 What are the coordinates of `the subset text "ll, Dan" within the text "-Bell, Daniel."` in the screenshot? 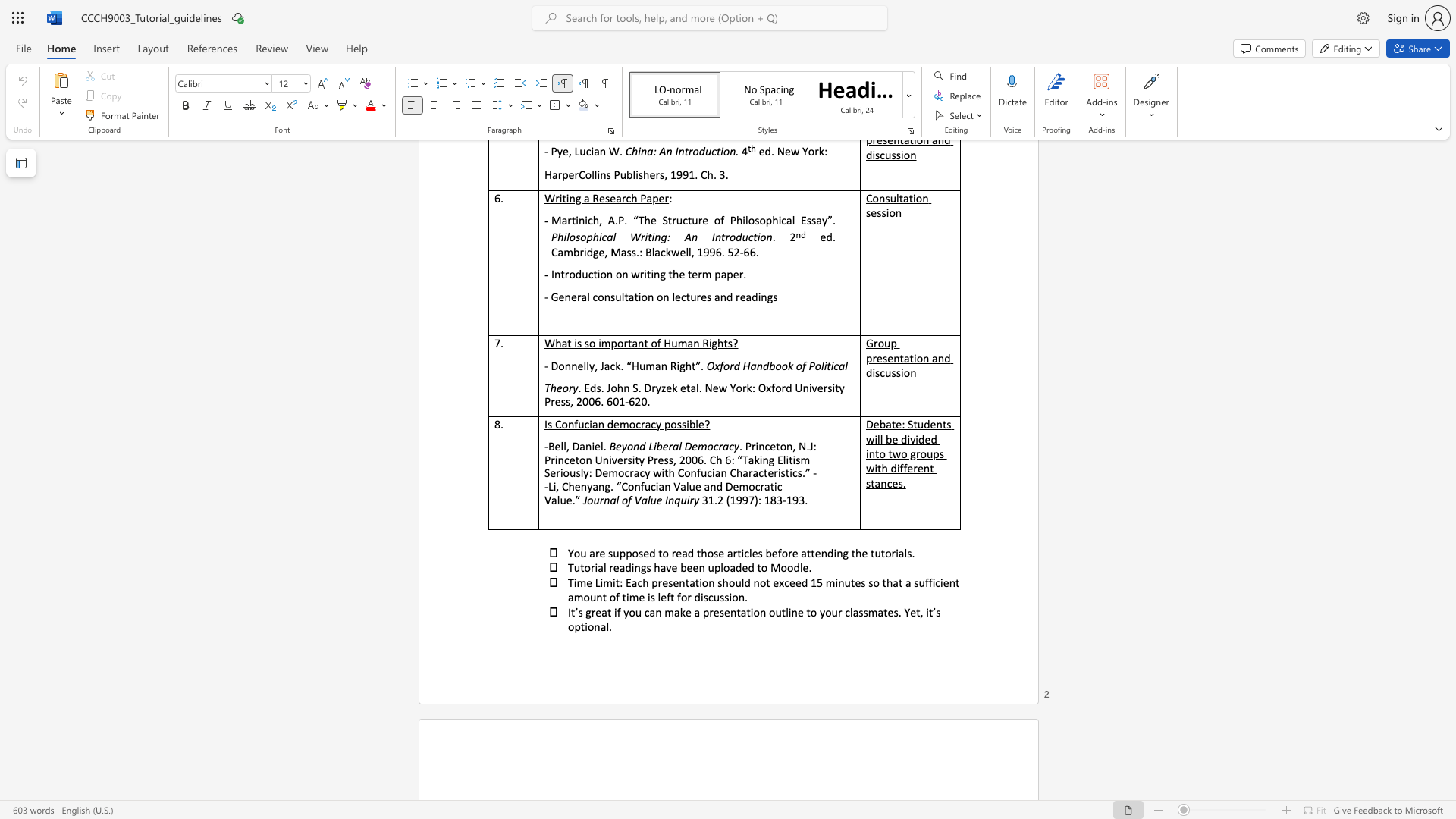 It's located at (560, 445).